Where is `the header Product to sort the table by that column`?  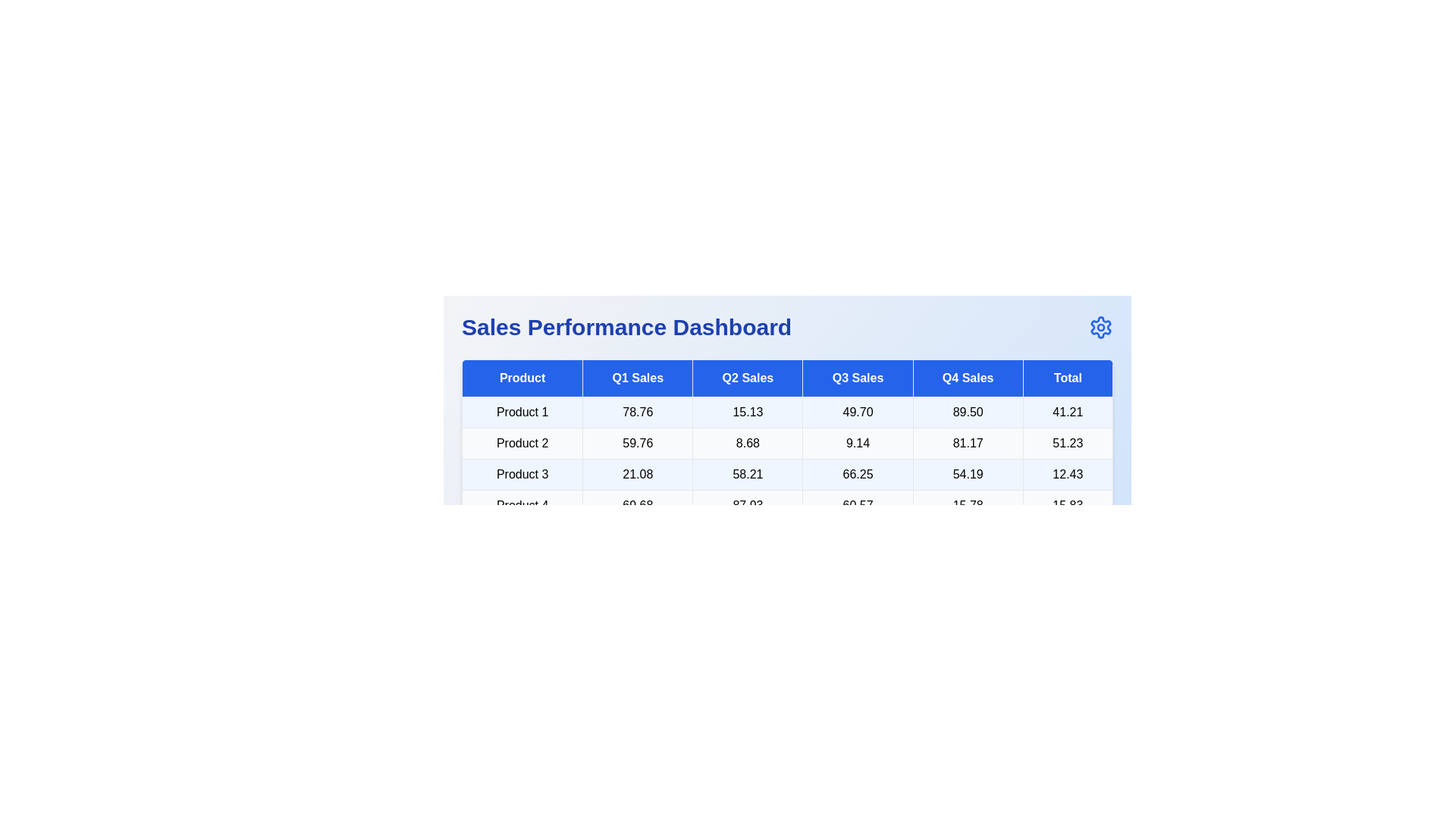
the header Product to sort the table by that column is located at coordinates (522, 377).